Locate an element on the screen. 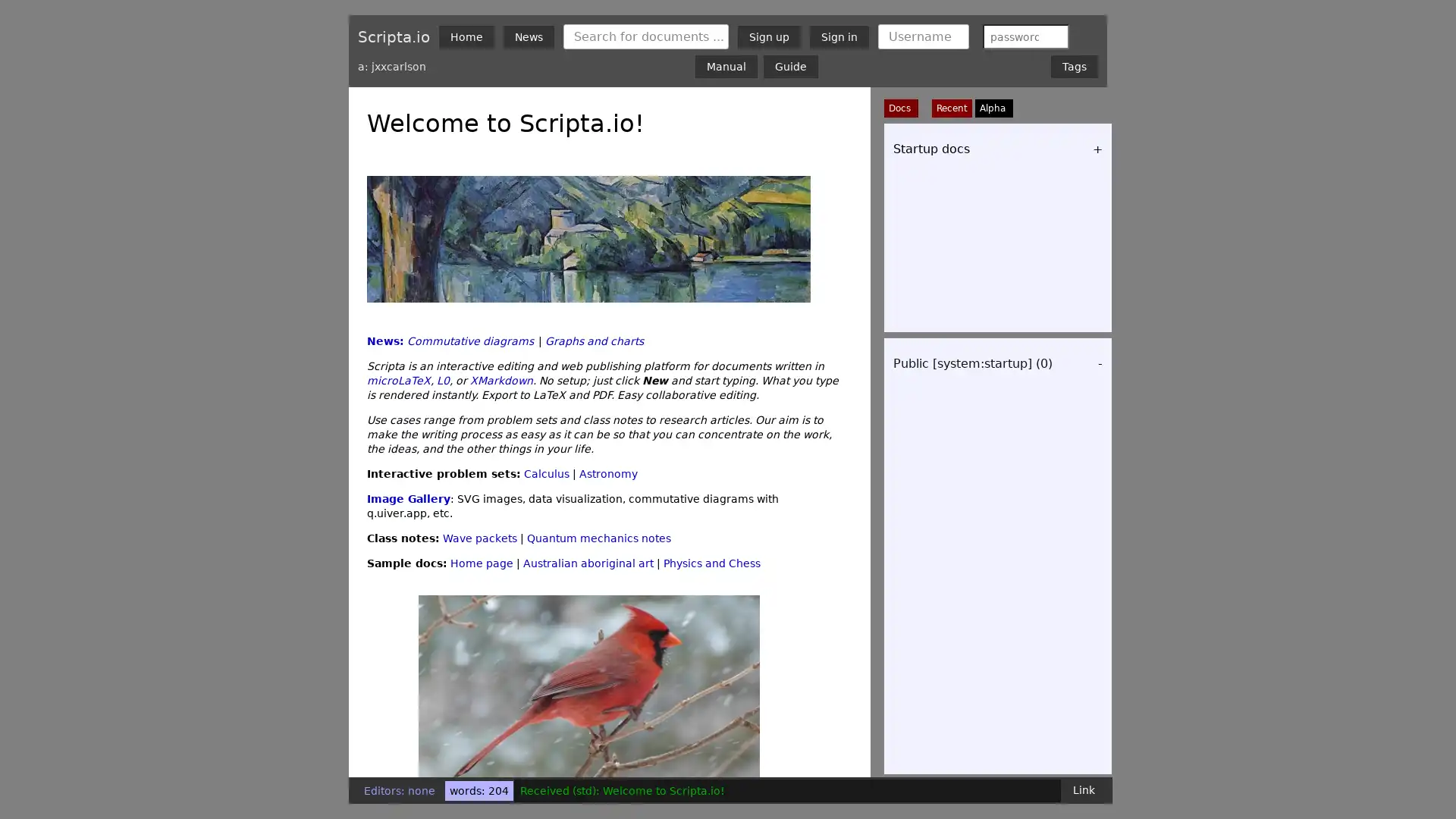  Graphs and charts is located at coordinates (593, 341).